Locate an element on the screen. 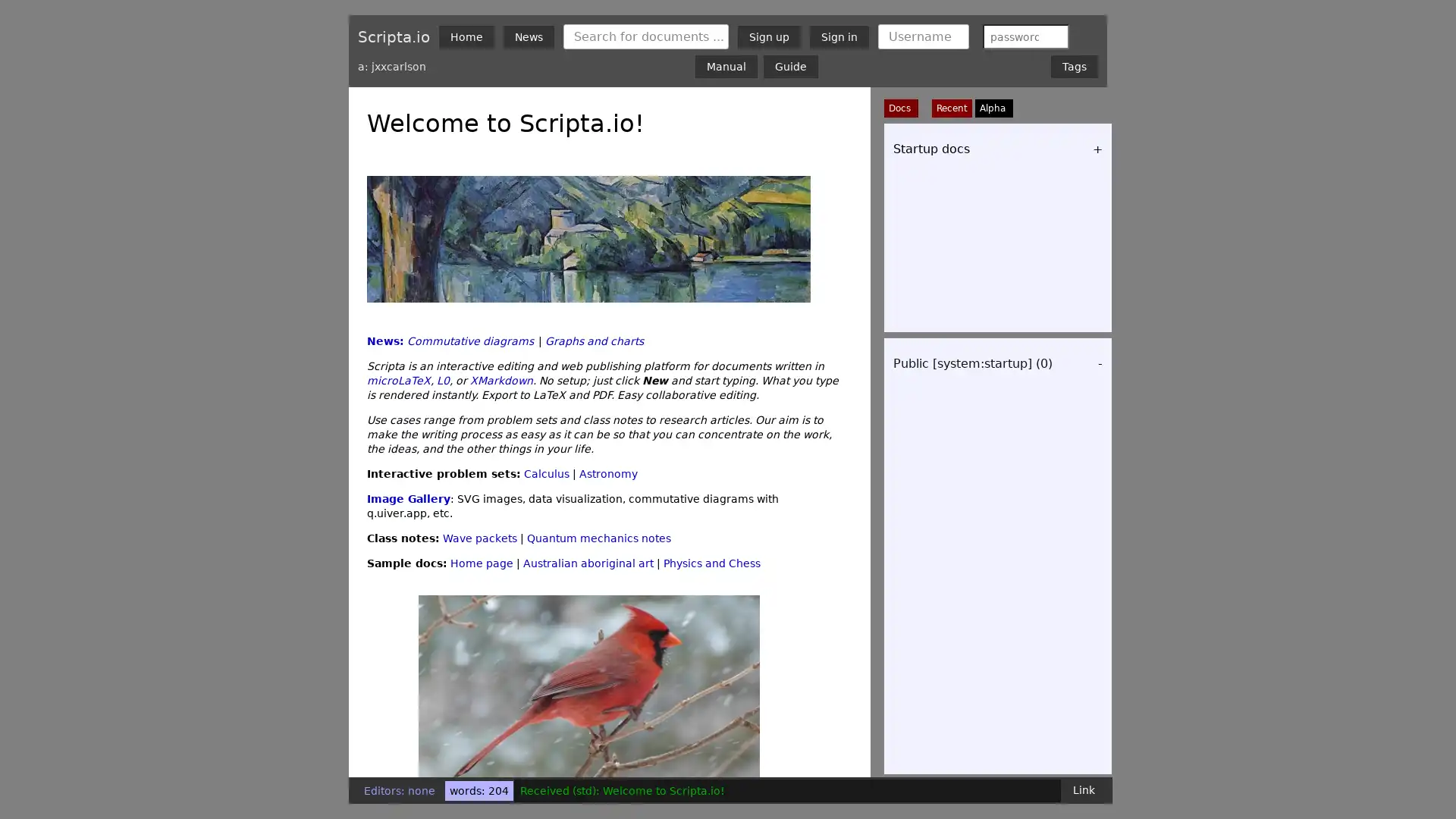  Graphs and charts is located at coordinates (593, 341).